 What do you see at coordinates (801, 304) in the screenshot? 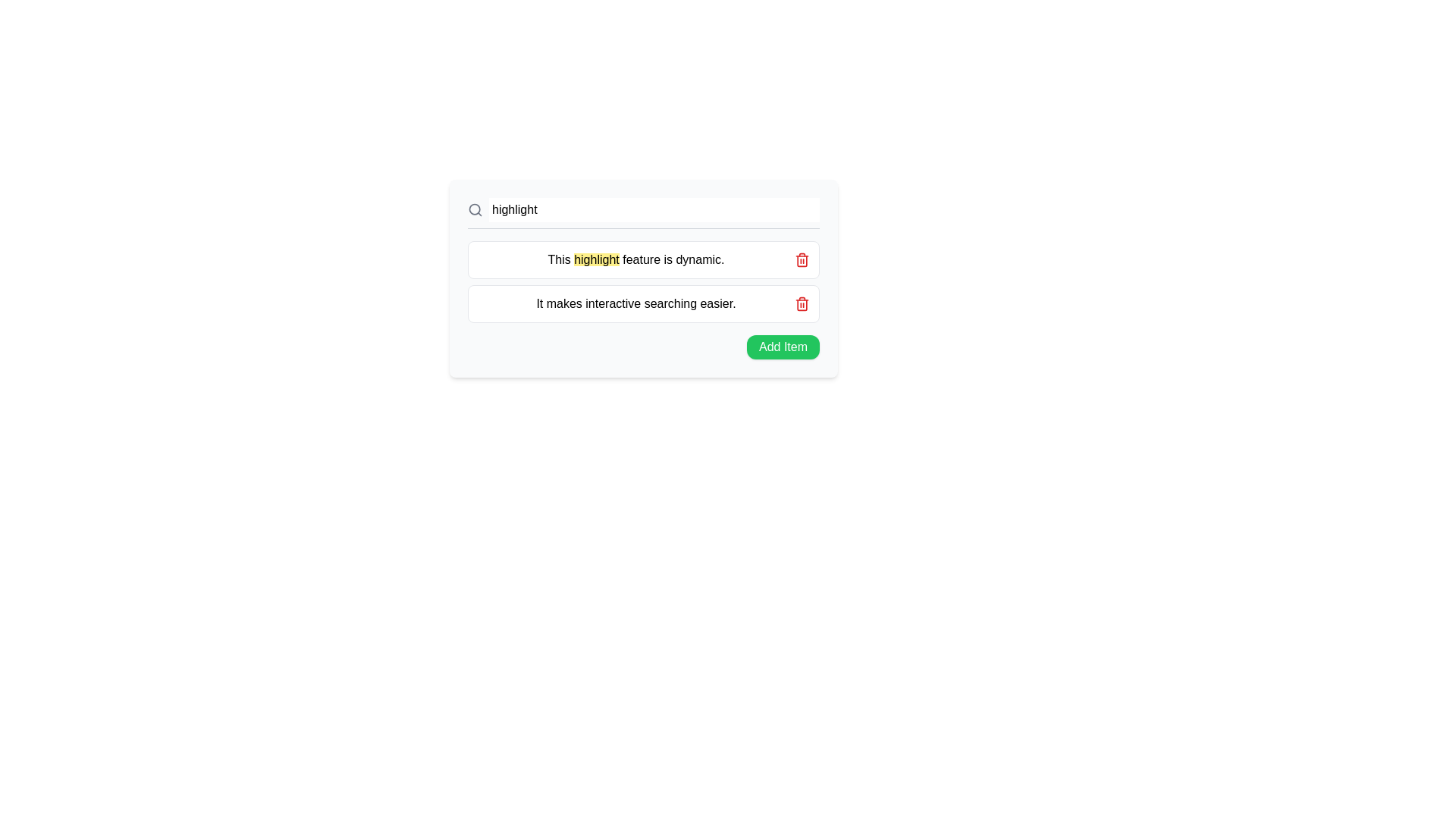
I see `the red trash bin icon button located to the right of the text 'It makes interactive searching easier.'` at bounding box center [801, 304].